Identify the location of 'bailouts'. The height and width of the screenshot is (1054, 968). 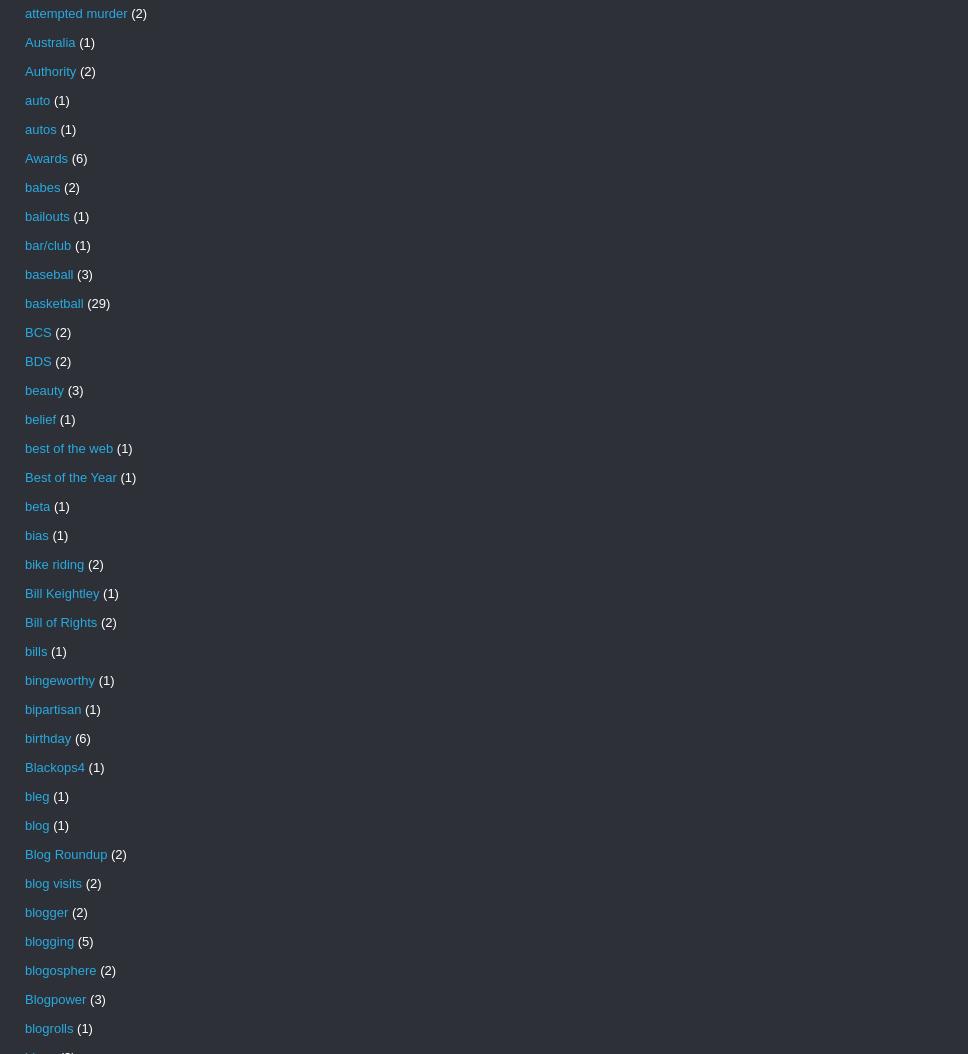
(24, 216).